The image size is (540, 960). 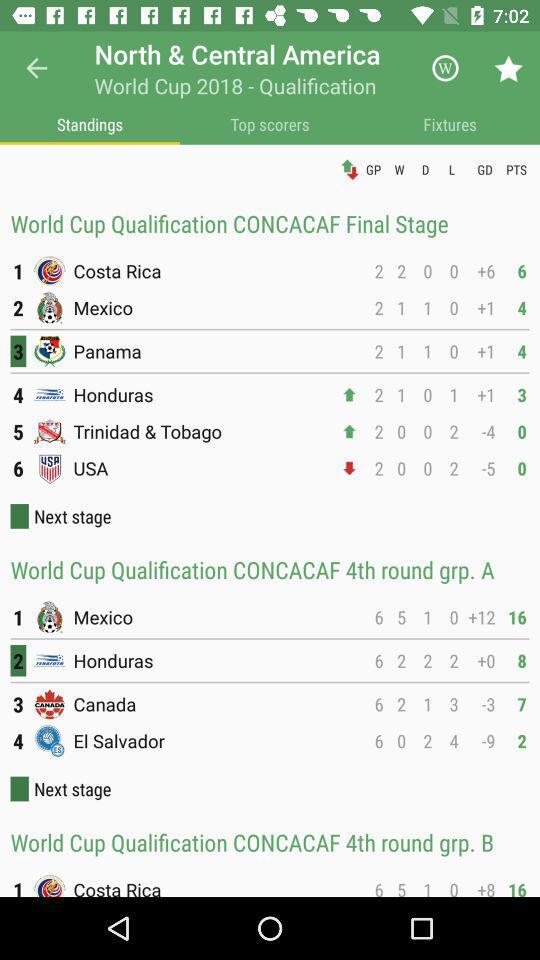 I want to click on the icon next to top scorers app, so click(x=449, y=123).